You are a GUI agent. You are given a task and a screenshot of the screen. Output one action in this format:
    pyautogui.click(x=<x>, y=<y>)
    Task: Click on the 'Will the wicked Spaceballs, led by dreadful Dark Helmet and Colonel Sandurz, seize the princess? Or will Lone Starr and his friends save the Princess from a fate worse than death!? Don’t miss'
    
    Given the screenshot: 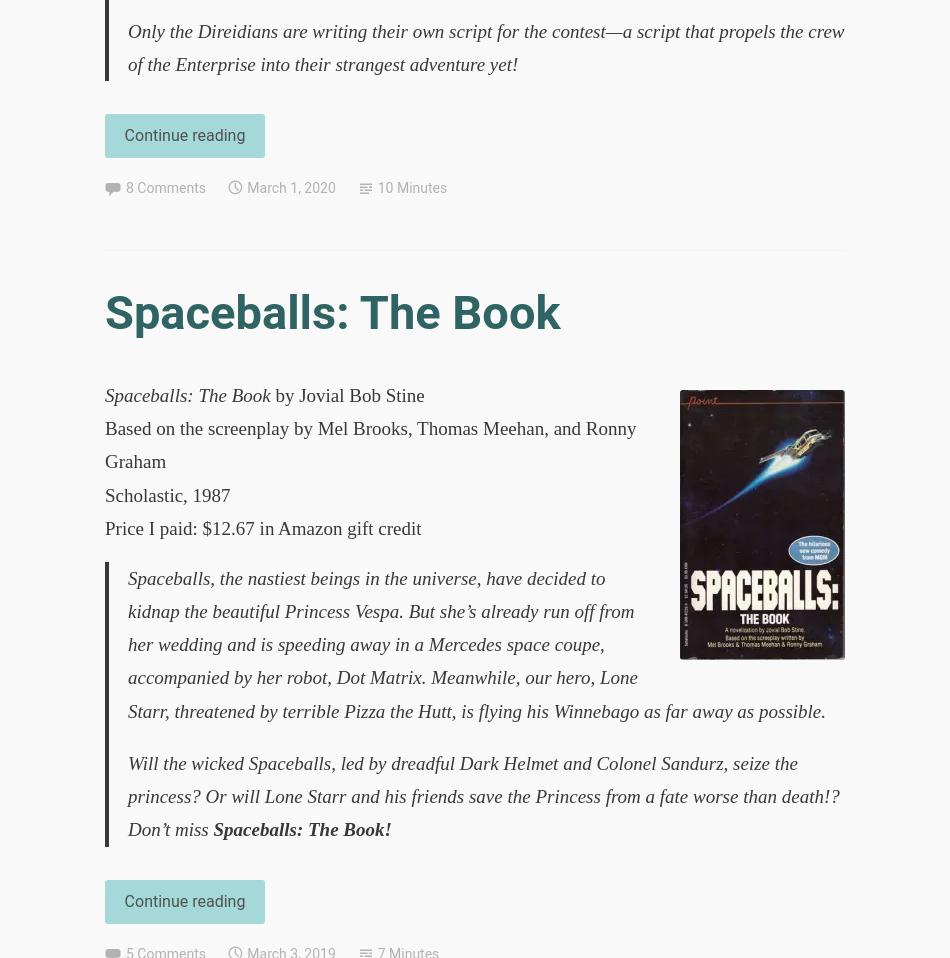 What is the action you would take?
    pyautogui.click(x=483, y=796)
    